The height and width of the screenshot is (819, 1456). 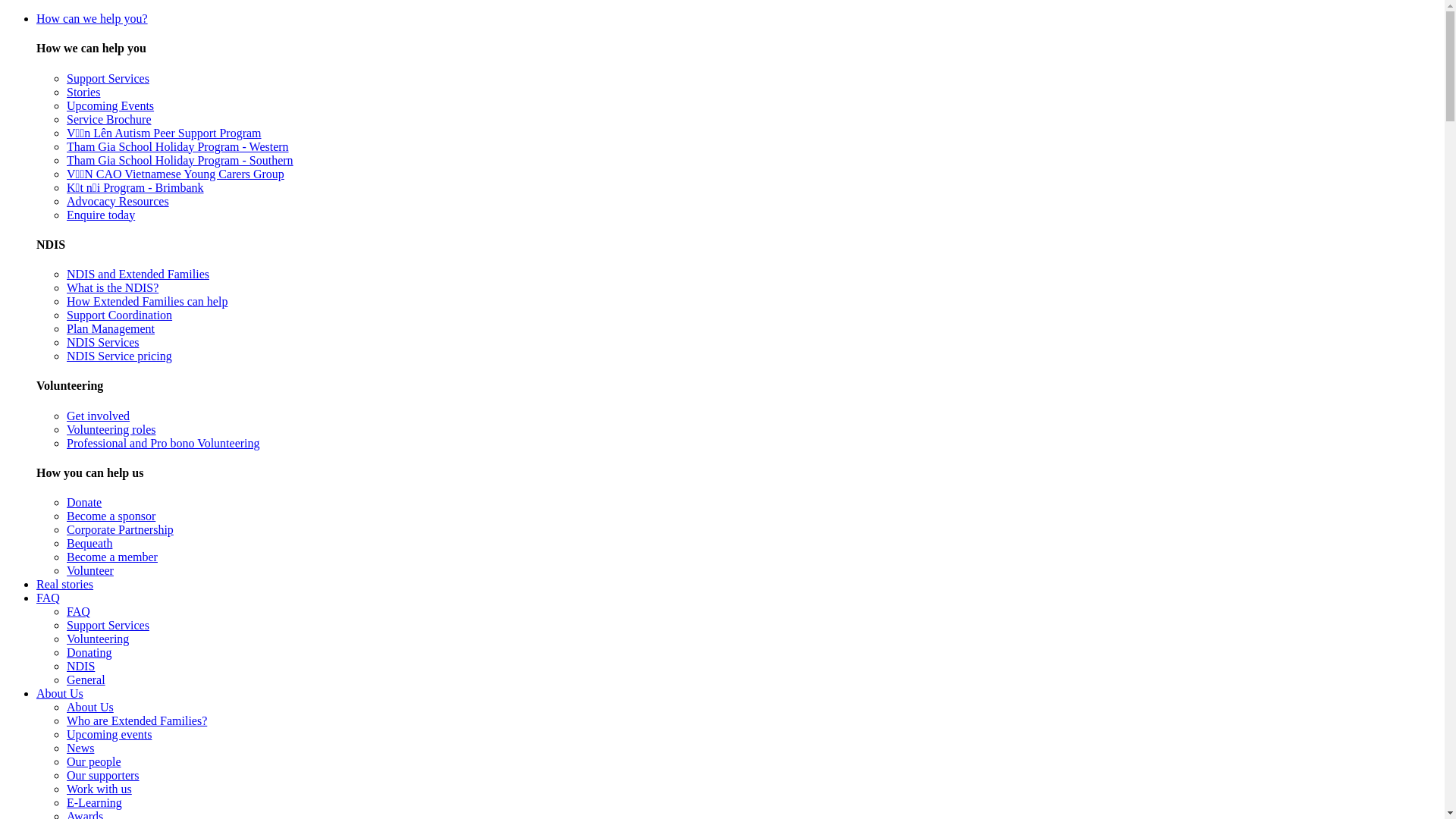 What do you see at coordinates (177, 146) in the screenshot?
I see `'Tham Gia School Holiday Program - Western'` at bounding box center [177, 146].